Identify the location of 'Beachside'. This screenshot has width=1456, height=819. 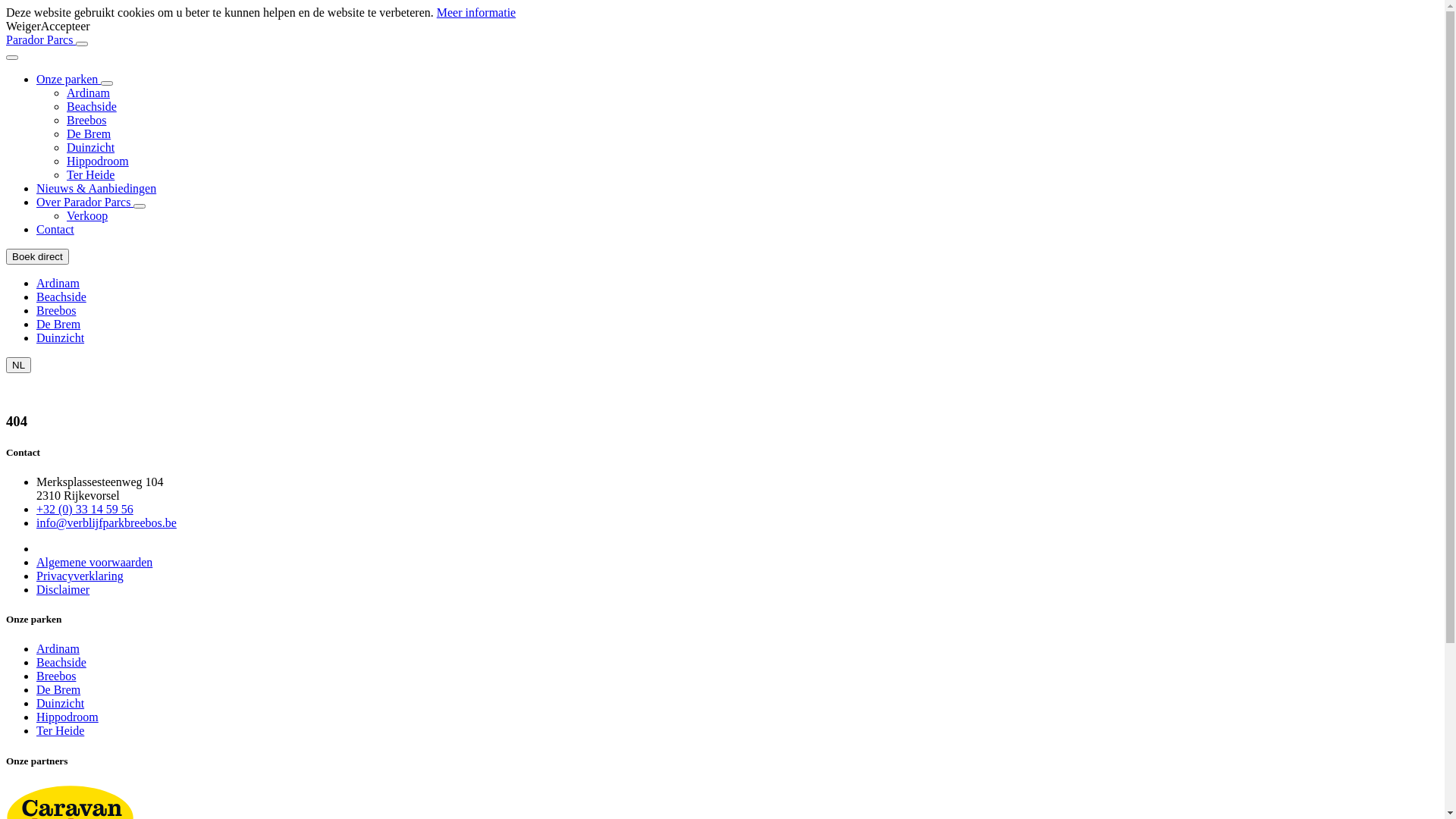
(36, 297).